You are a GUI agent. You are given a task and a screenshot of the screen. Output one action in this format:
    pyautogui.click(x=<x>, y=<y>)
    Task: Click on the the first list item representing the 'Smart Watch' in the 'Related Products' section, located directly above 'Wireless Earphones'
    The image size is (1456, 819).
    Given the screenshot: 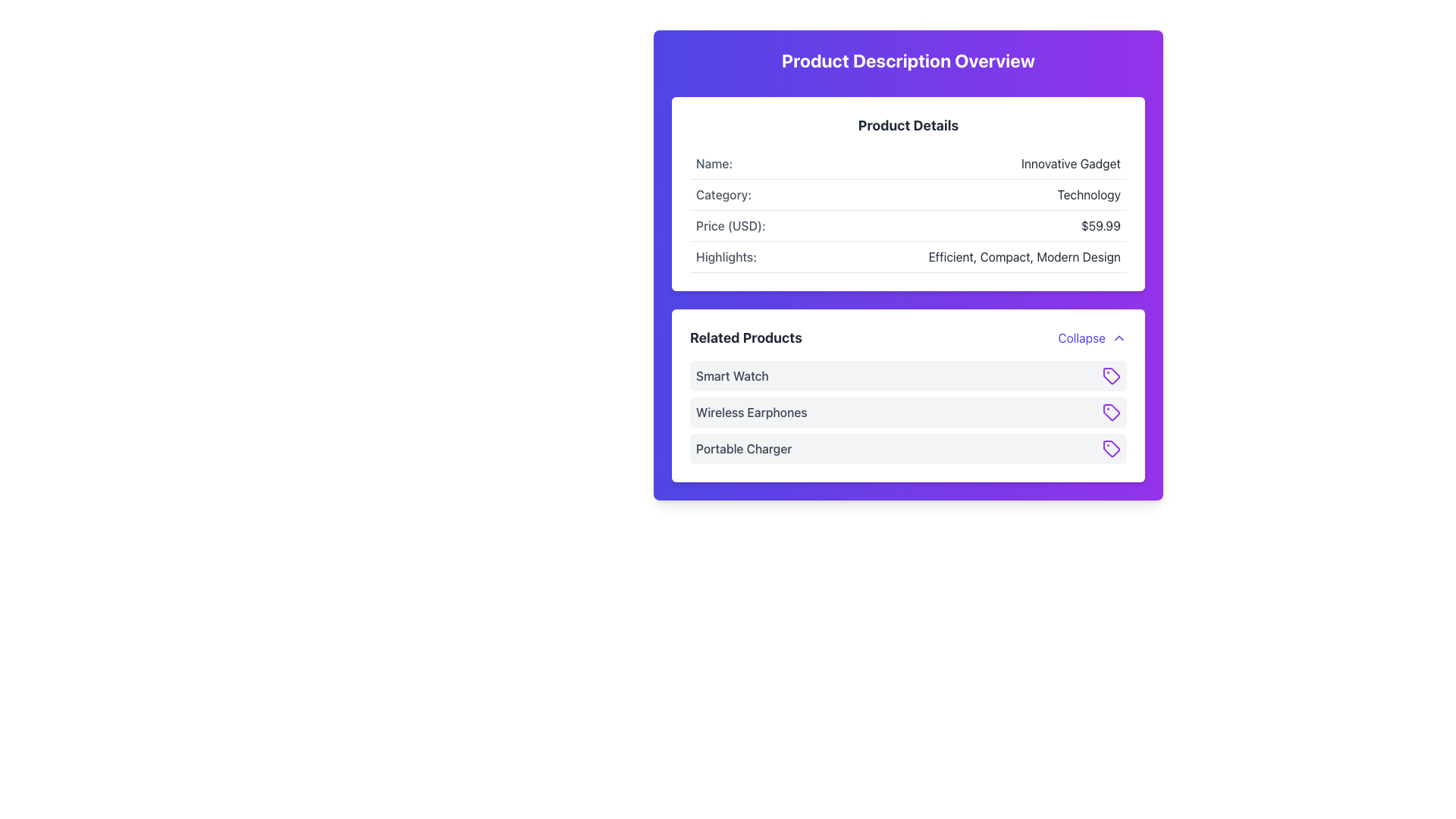 What is the action you would take?
    pyautogui.click(x=908, y=375)
    